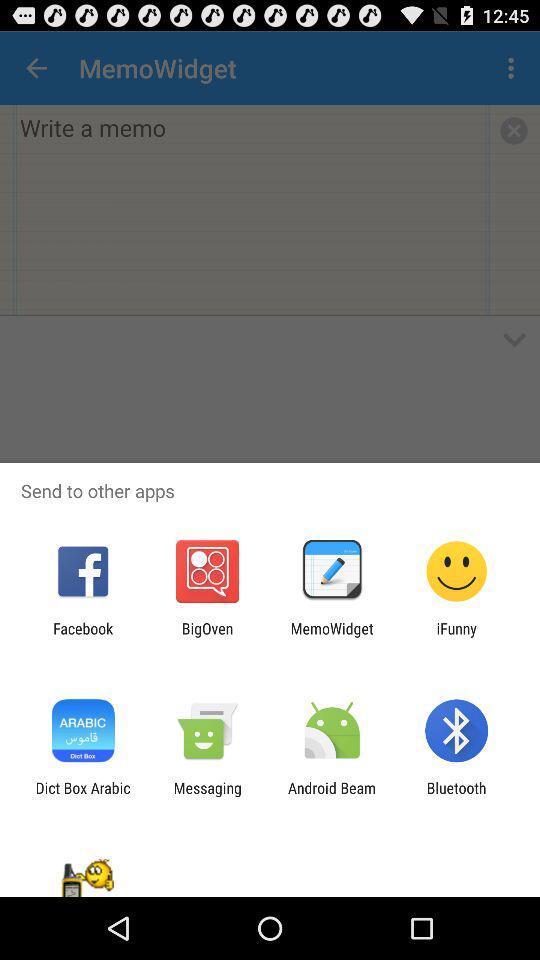 The width and height of the screenshot is (540, 960). I want to click on the item next to the android beam icon, so click(206, 796).